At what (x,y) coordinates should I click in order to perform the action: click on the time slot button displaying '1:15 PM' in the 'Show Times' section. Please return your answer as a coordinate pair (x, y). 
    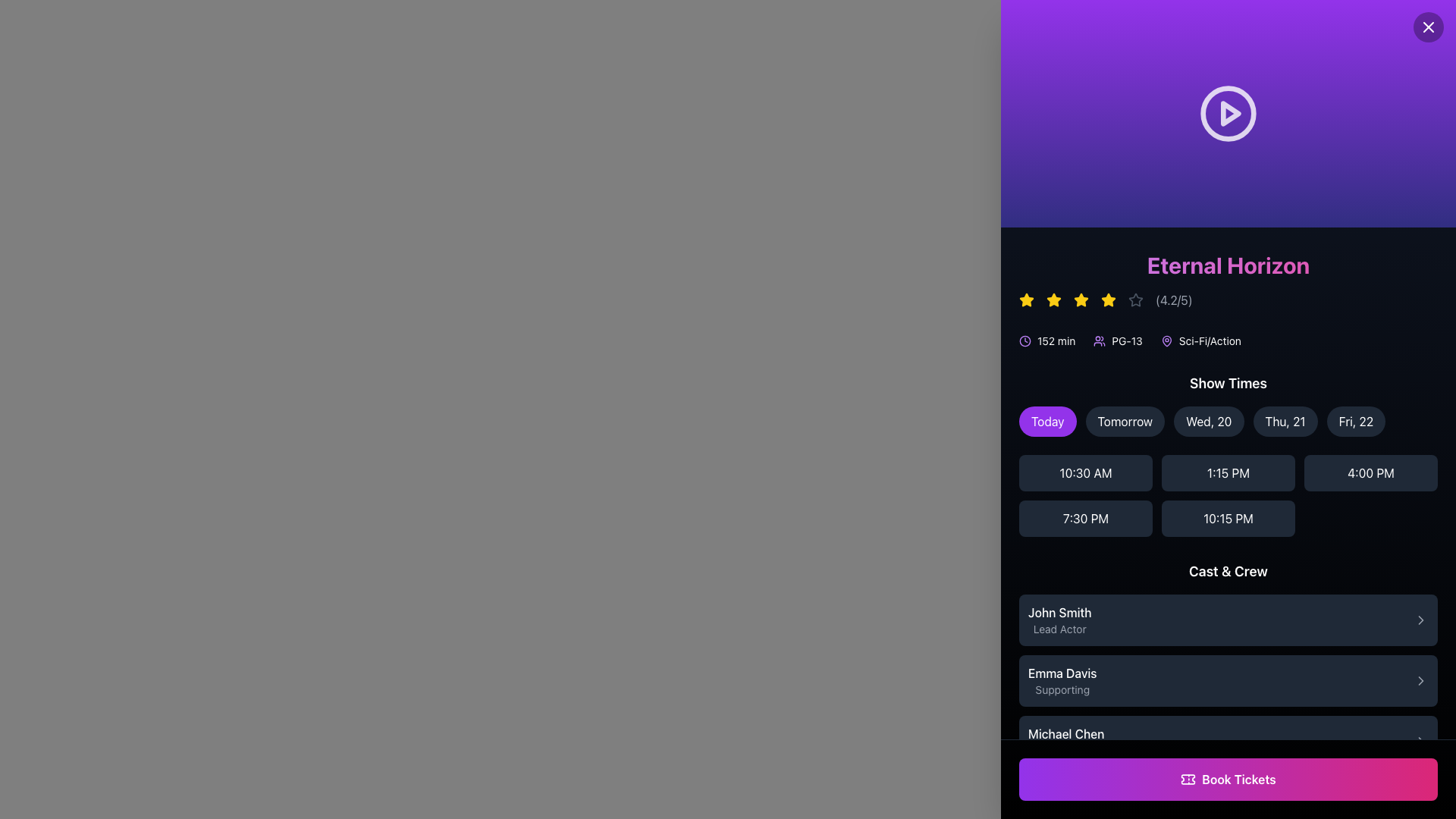
    Looking at the image, I should click on (1228, 472).